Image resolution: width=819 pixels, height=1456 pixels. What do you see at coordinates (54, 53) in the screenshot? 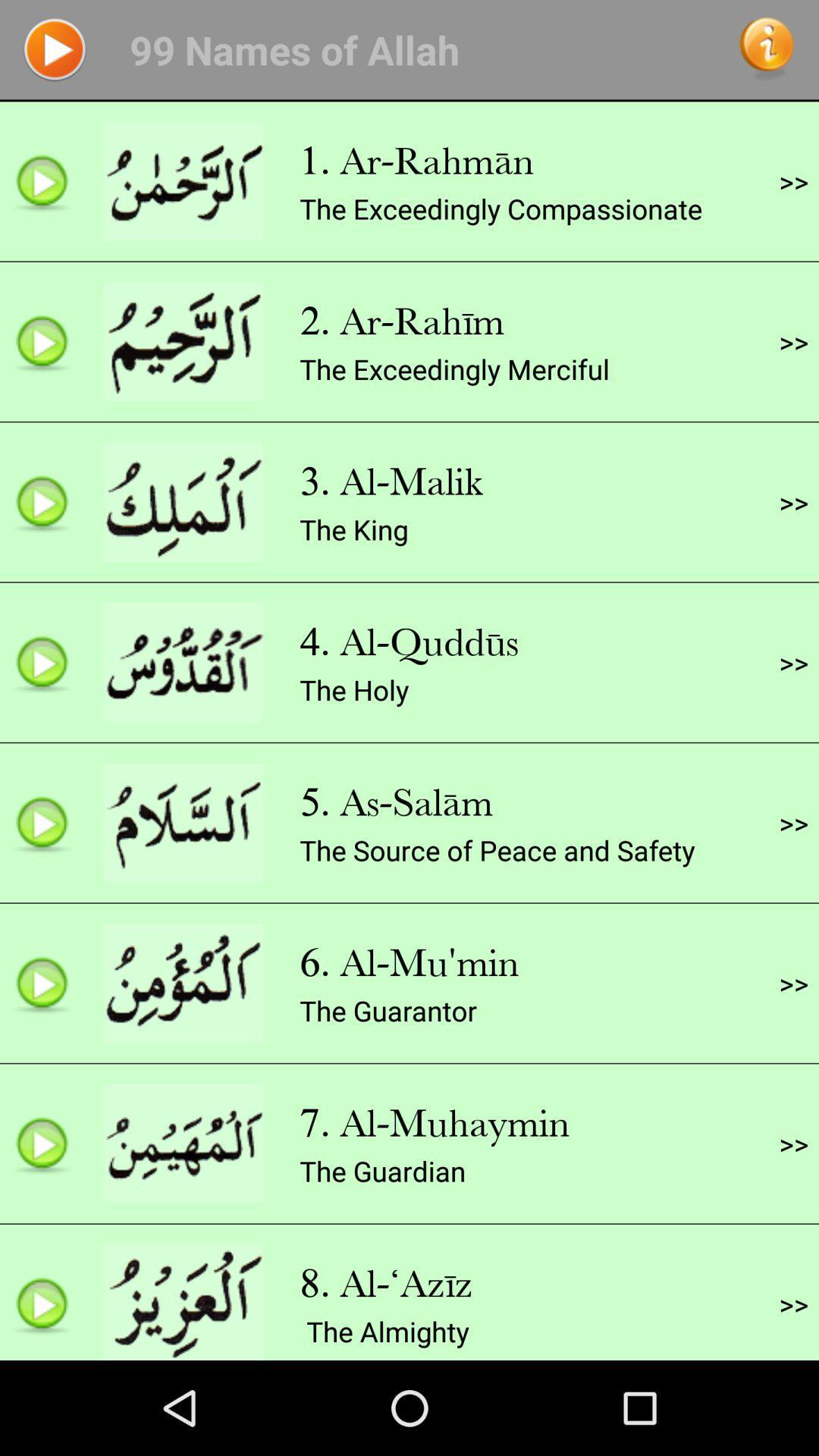
I see `the play icon` at bounding box center [54, 53].